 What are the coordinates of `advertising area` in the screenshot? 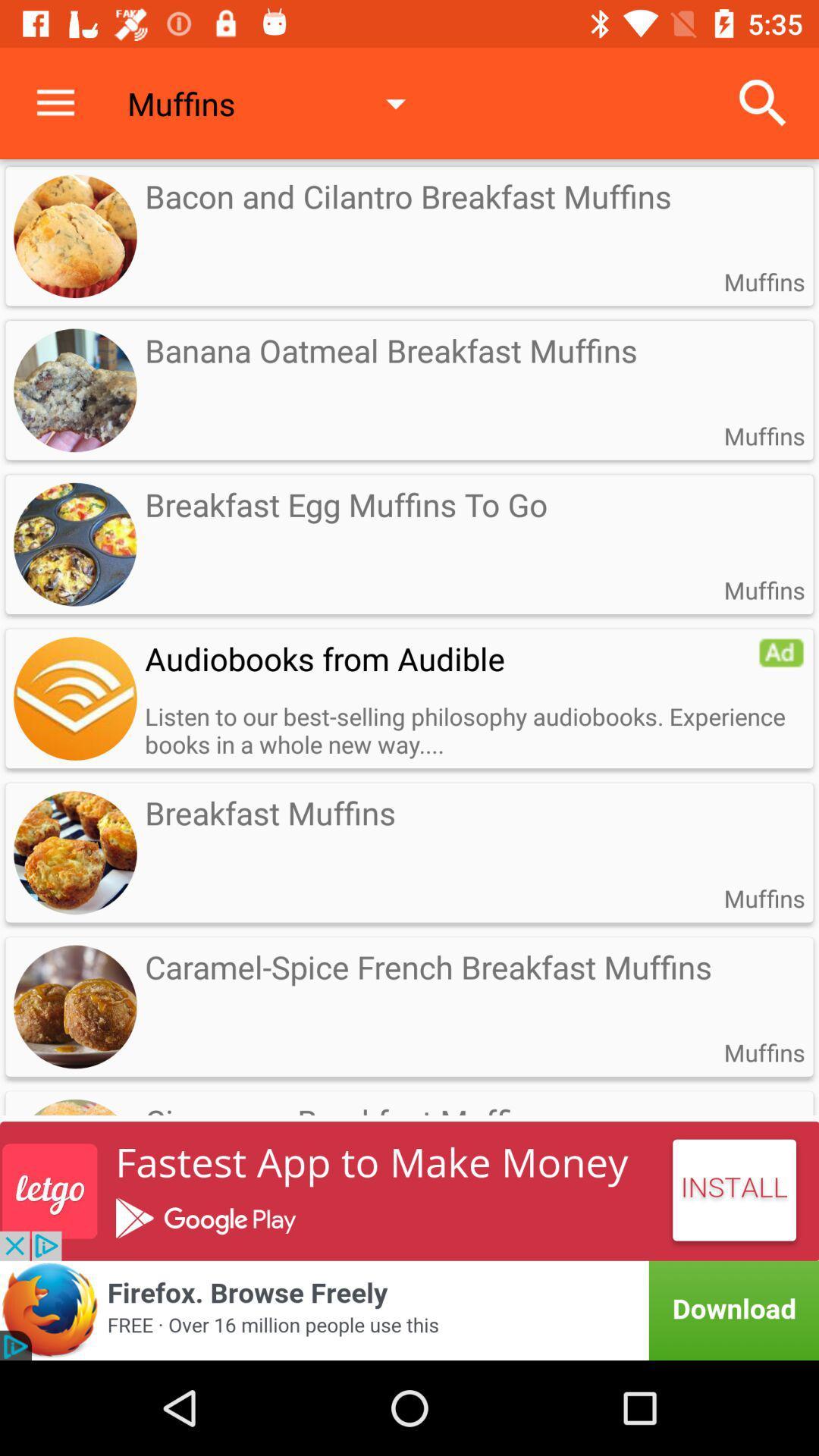 It's located at (409, 1310).